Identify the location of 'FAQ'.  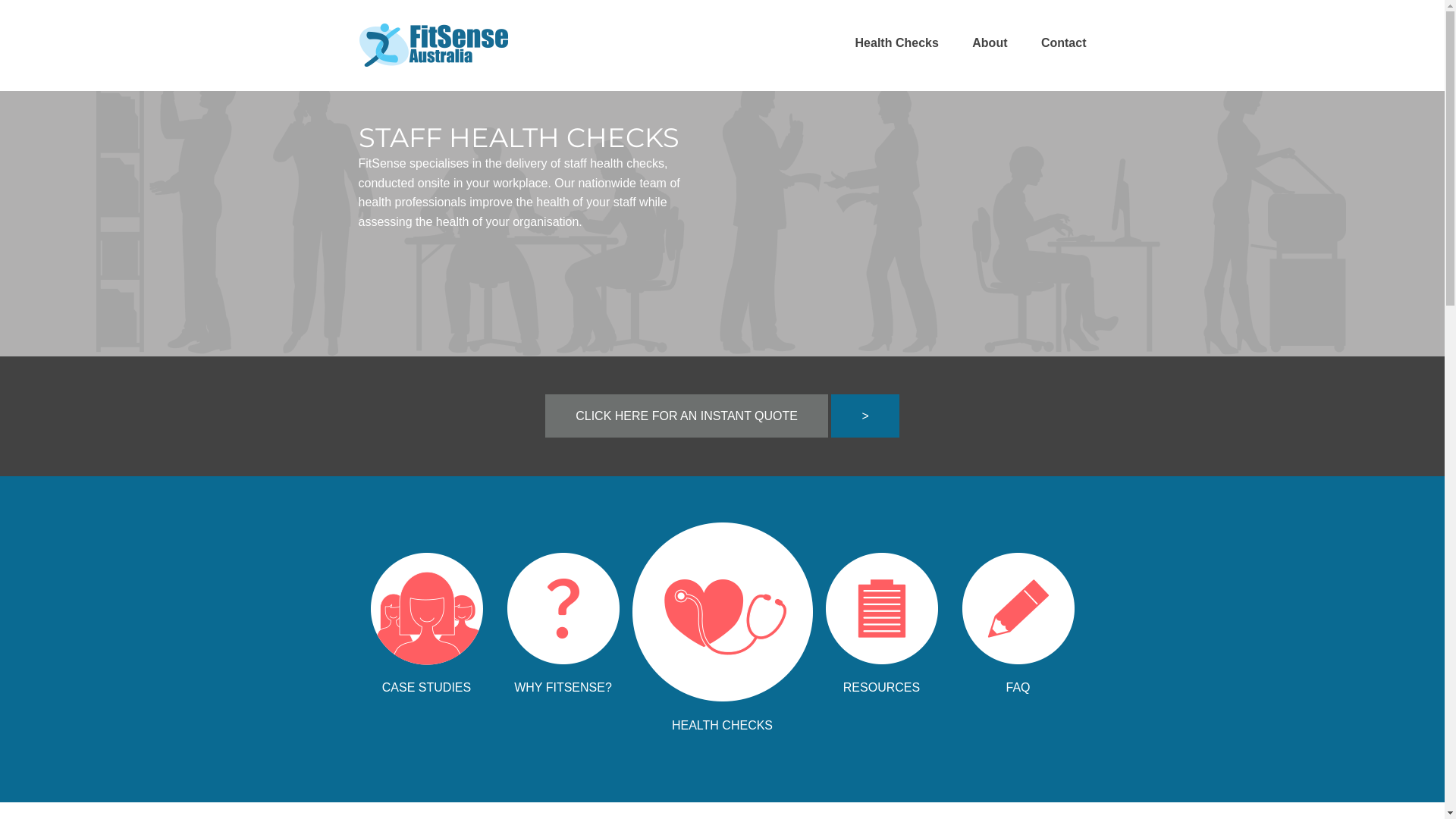
(1018, 615).